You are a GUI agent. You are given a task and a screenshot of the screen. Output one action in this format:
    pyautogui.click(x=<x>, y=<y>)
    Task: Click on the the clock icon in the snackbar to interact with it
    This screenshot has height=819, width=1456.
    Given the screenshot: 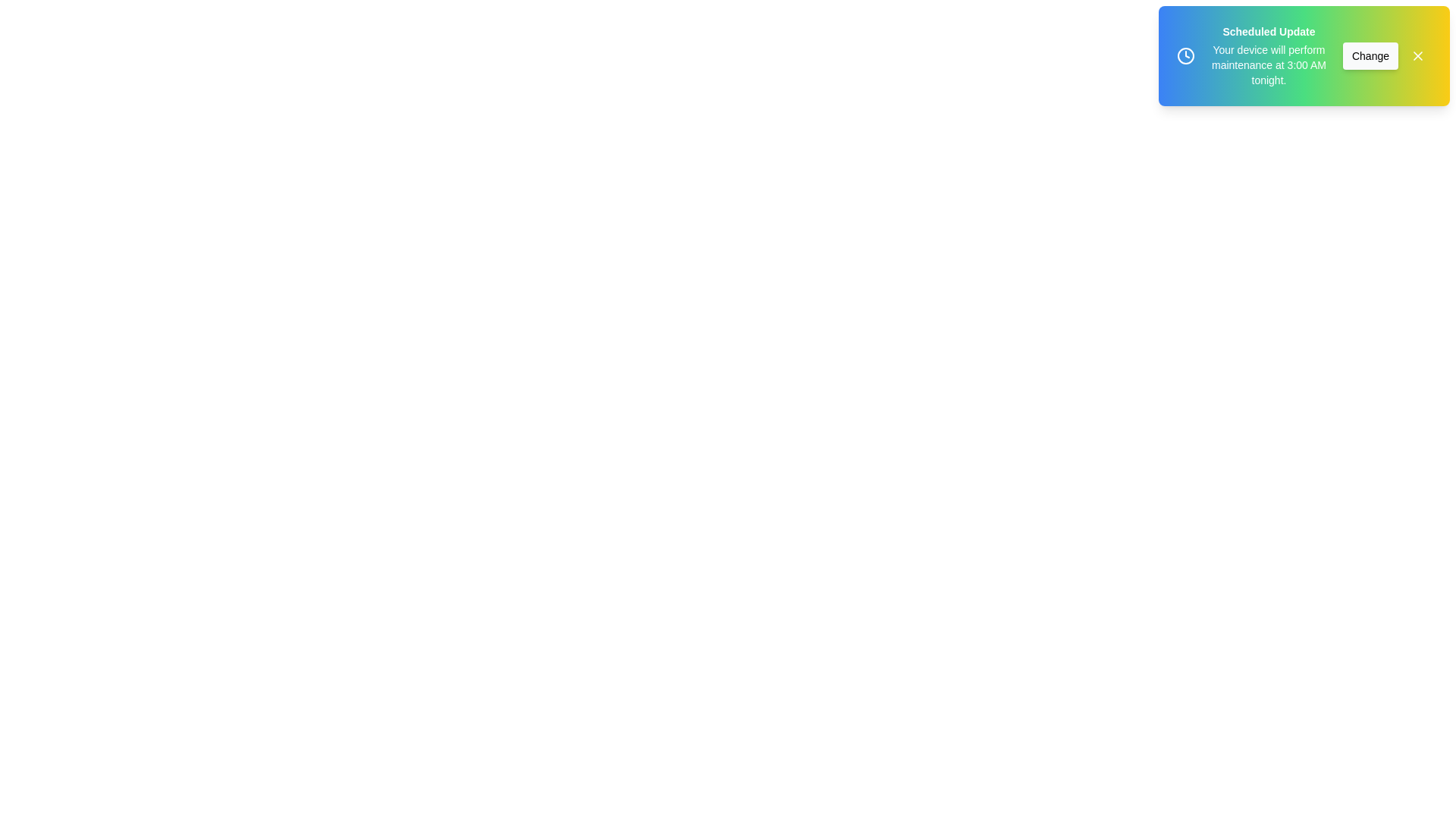 What is the action you would take?
    pyautogui.click(x=1185, y=55)
    